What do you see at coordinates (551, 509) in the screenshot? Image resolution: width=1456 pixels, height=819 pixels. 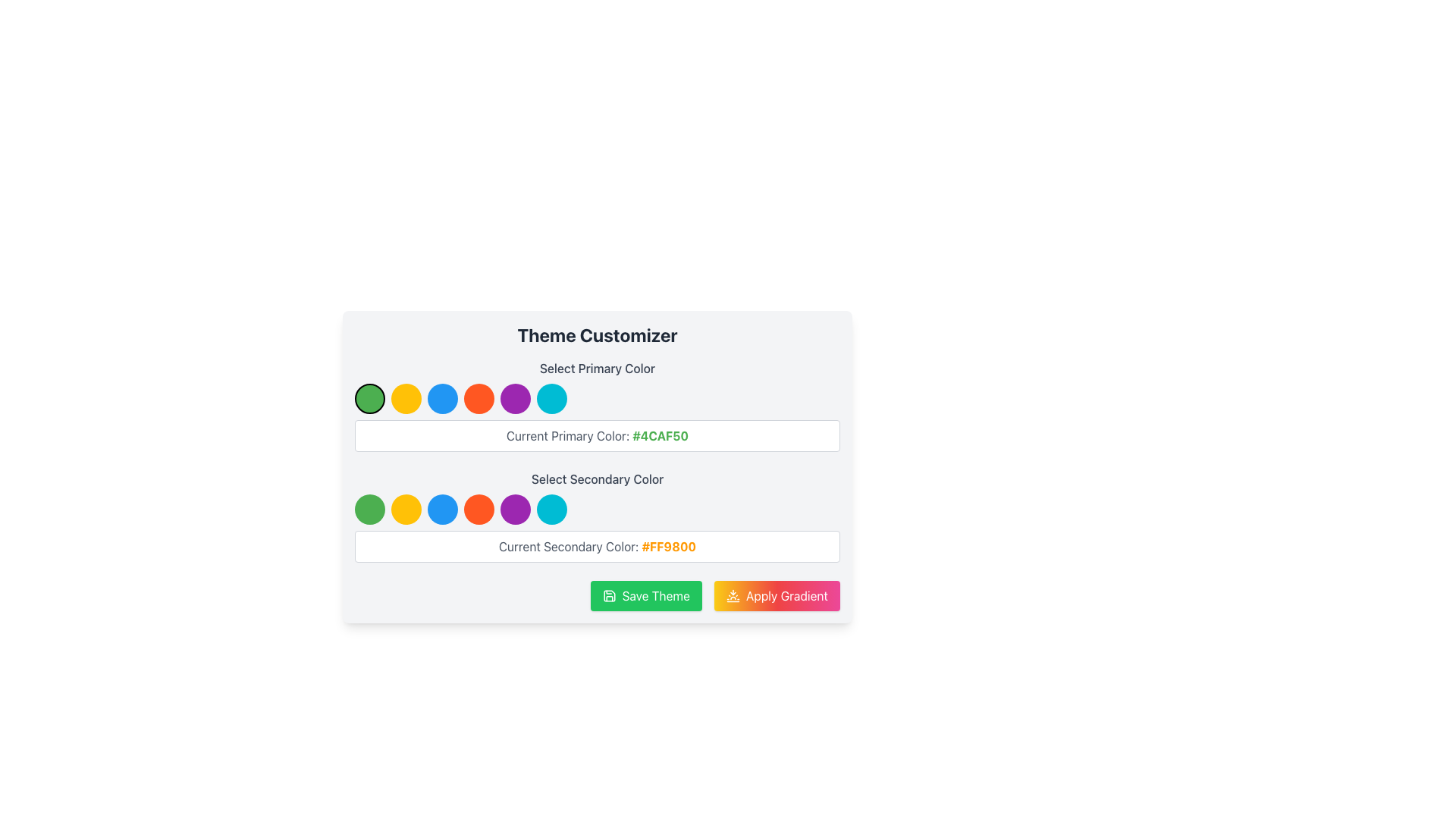 I see `the sixth circular button with a bright cyan background in the 'Select Secondary Color' section` at bounding box center [551, 509].